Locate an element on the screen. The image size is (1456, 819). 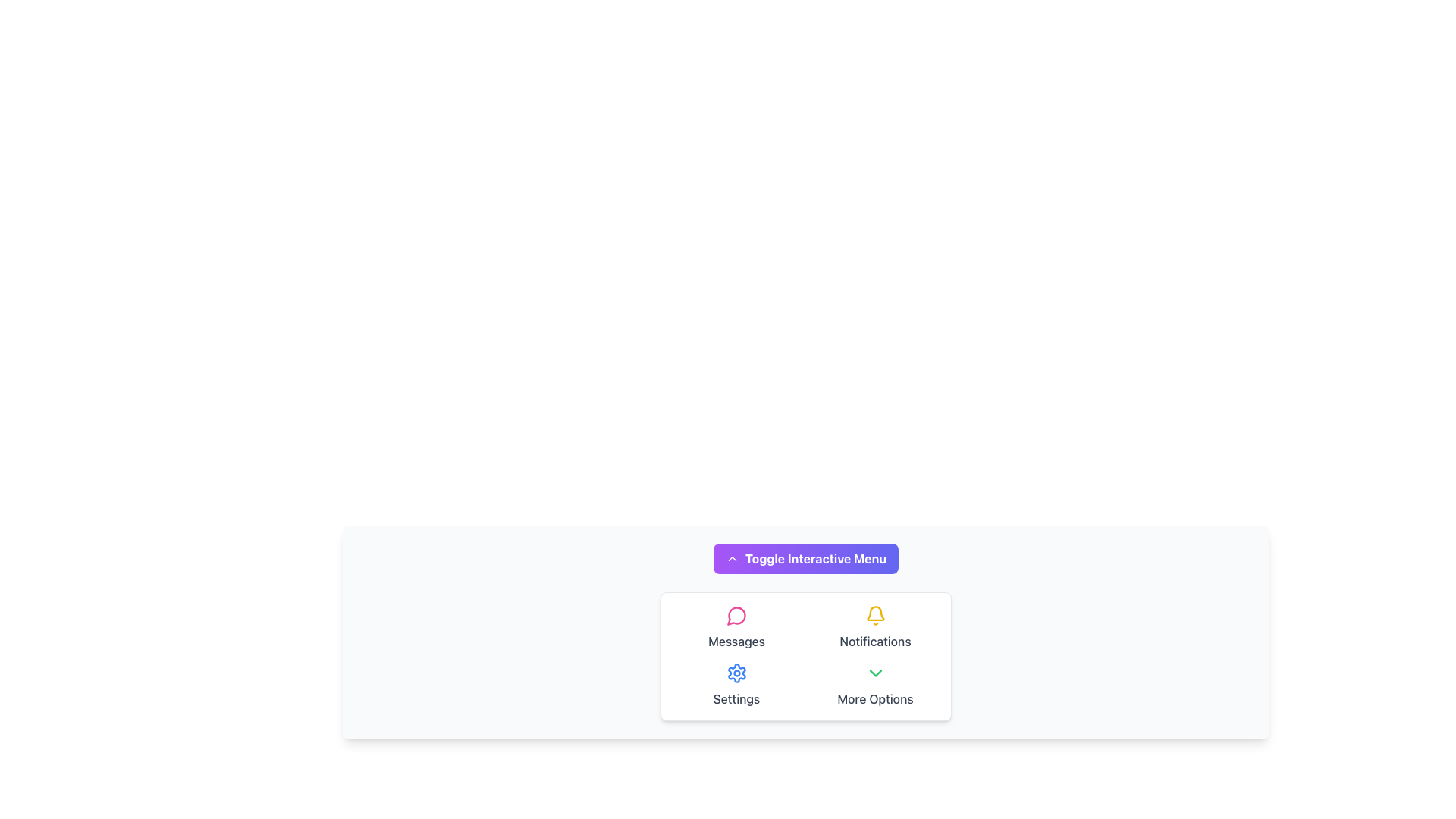
the 'Settings' SVG Icon in the lower-left corner of the menu interface is located at coordinates (736, 672).